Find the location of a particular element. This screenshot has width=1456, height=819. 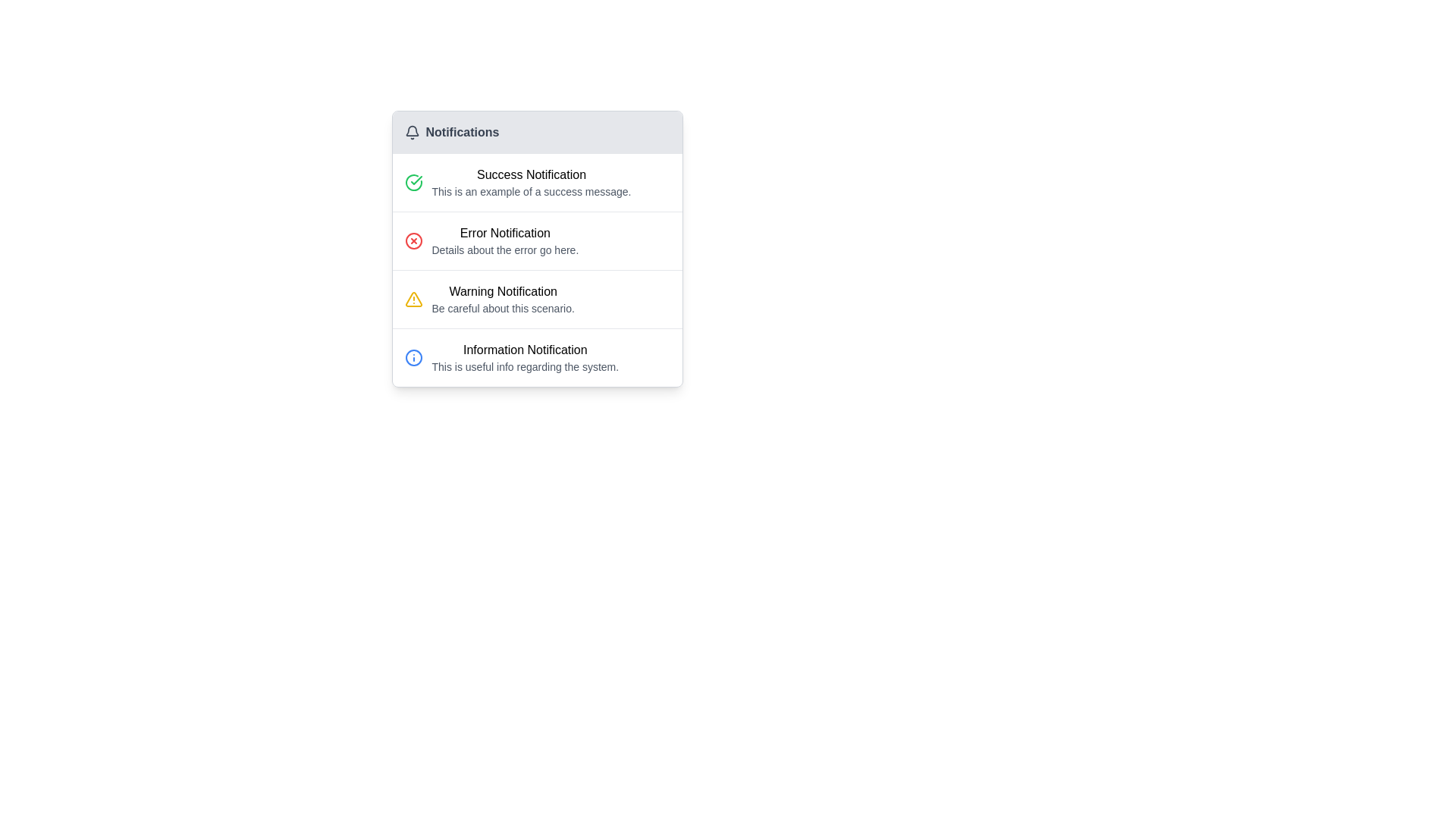

the notification message in the first row of the notification list to possibly highlight or reveal additional information is located at coordinates (531, 181).